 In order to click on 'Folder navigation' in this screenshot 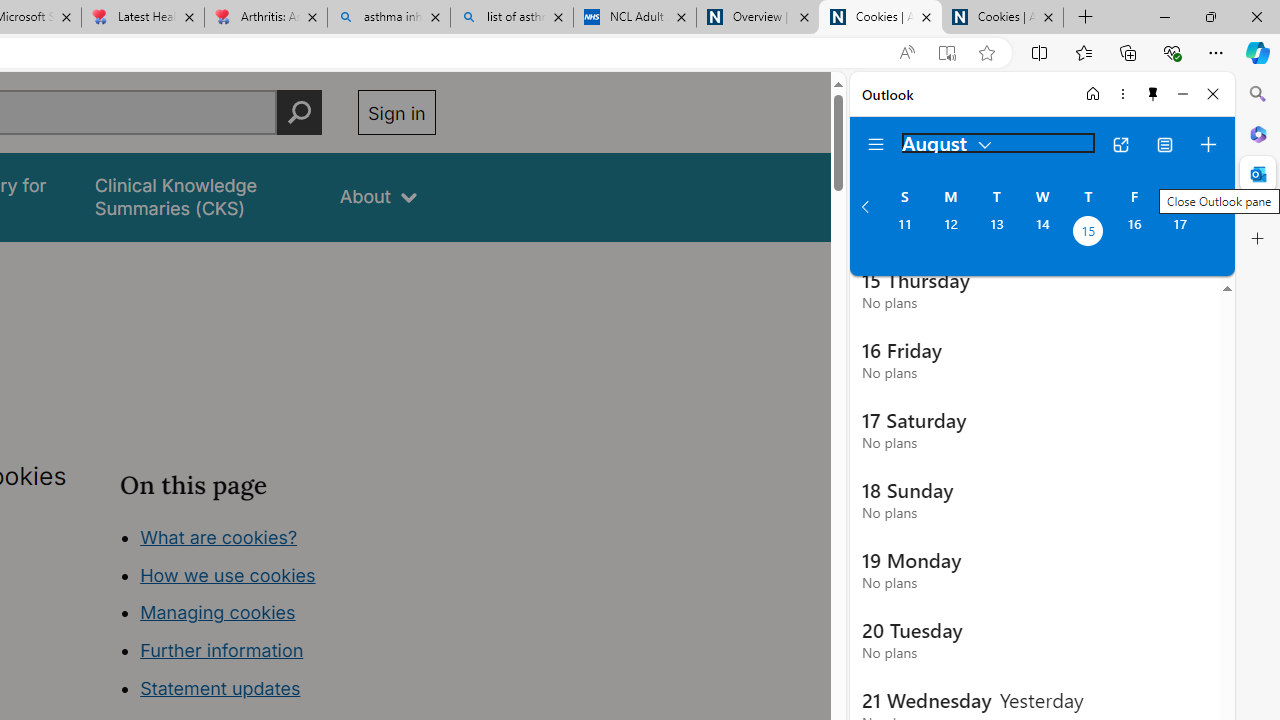, I will do `click(876, 144)`.